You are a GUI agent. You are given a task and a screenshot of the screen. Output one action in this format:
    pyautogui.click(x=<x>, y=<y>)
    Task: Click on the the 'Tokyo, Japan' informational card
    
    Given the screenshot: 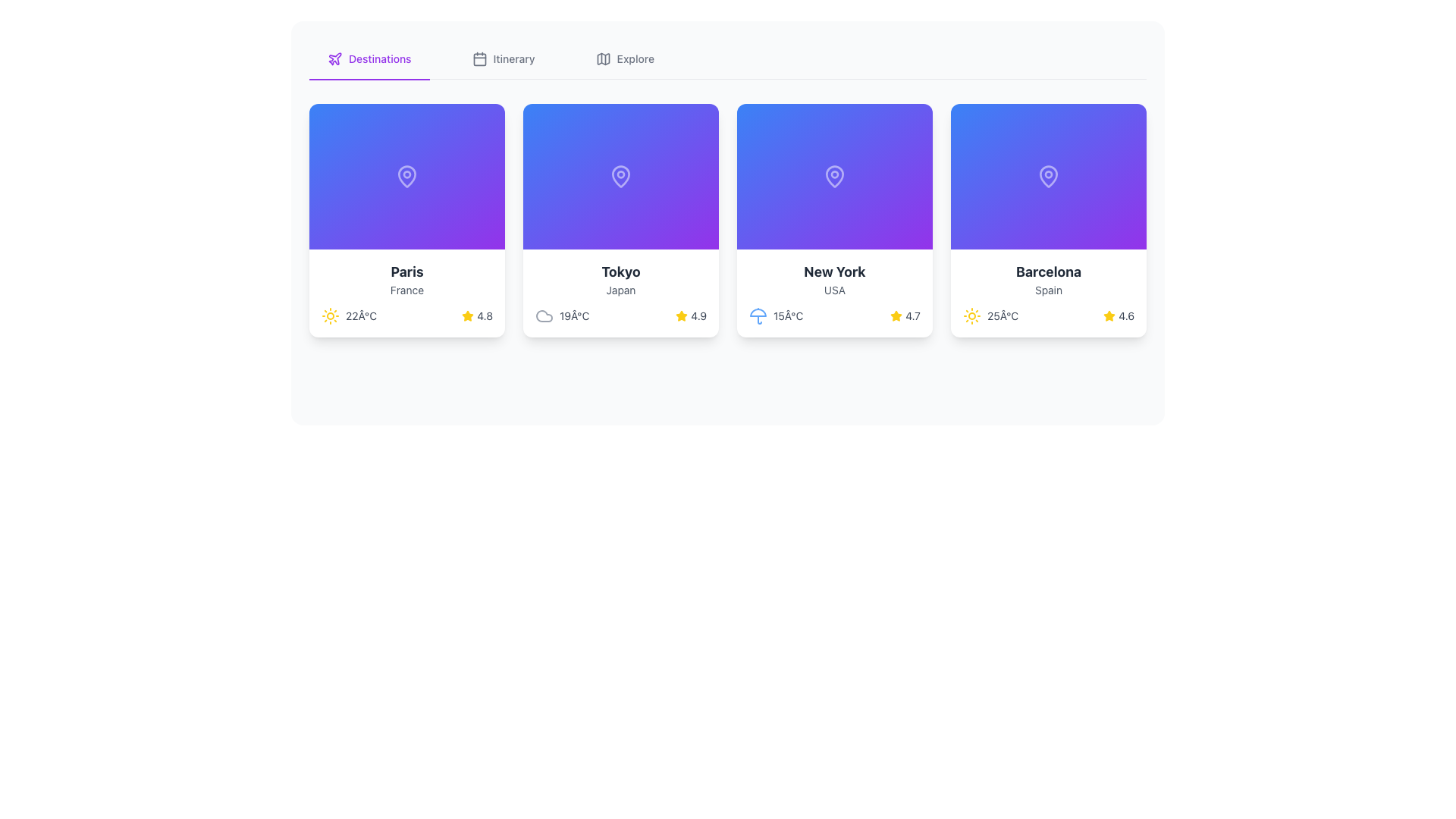 What is the action you would take?
    pyautogui.click(x=621, y=220)
    